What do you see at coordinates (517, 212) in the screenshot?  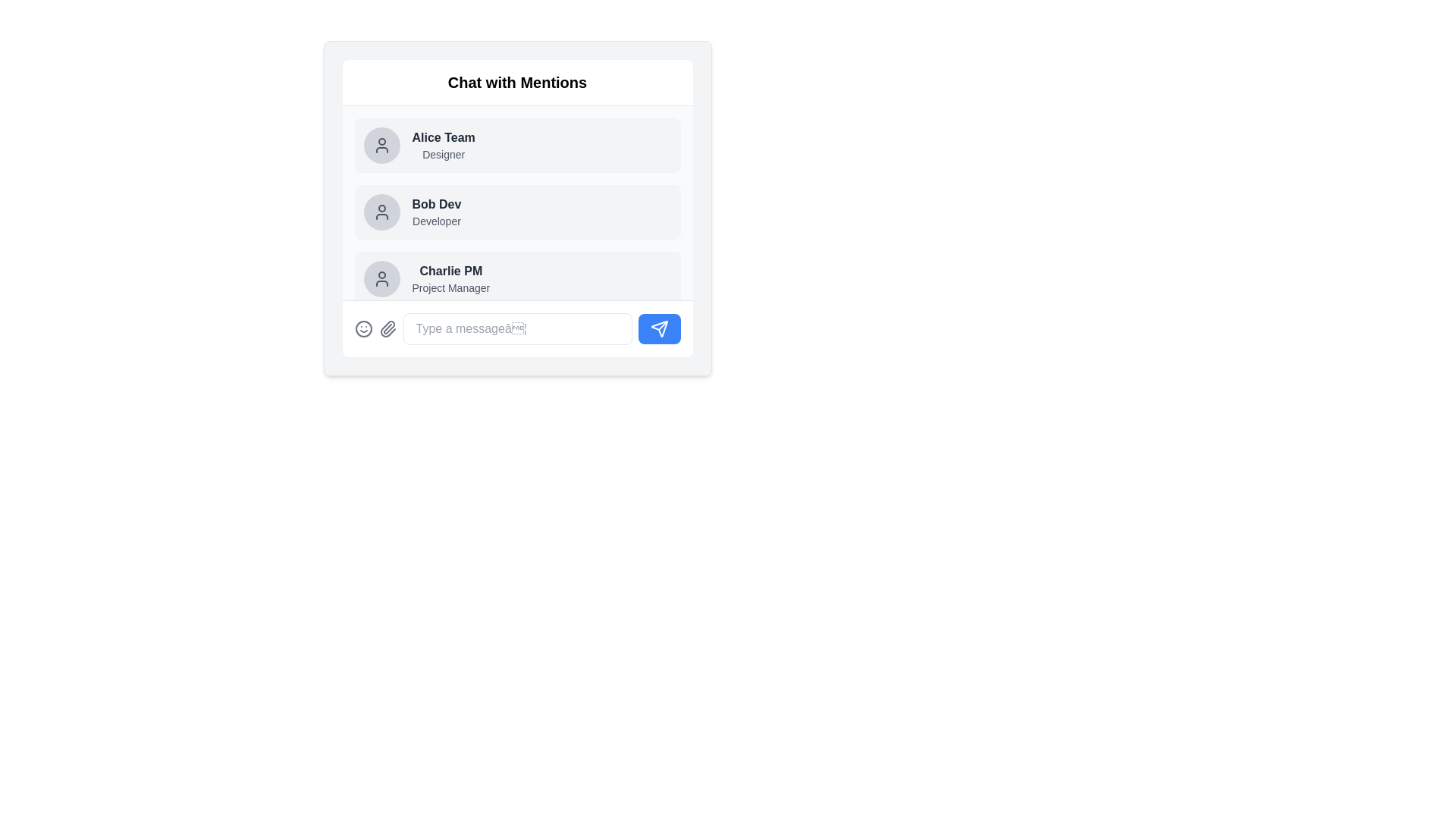 I see `on the list item containing the user 'Bob Dev' with the role 'Developer'` at bounding box center [517, 212].